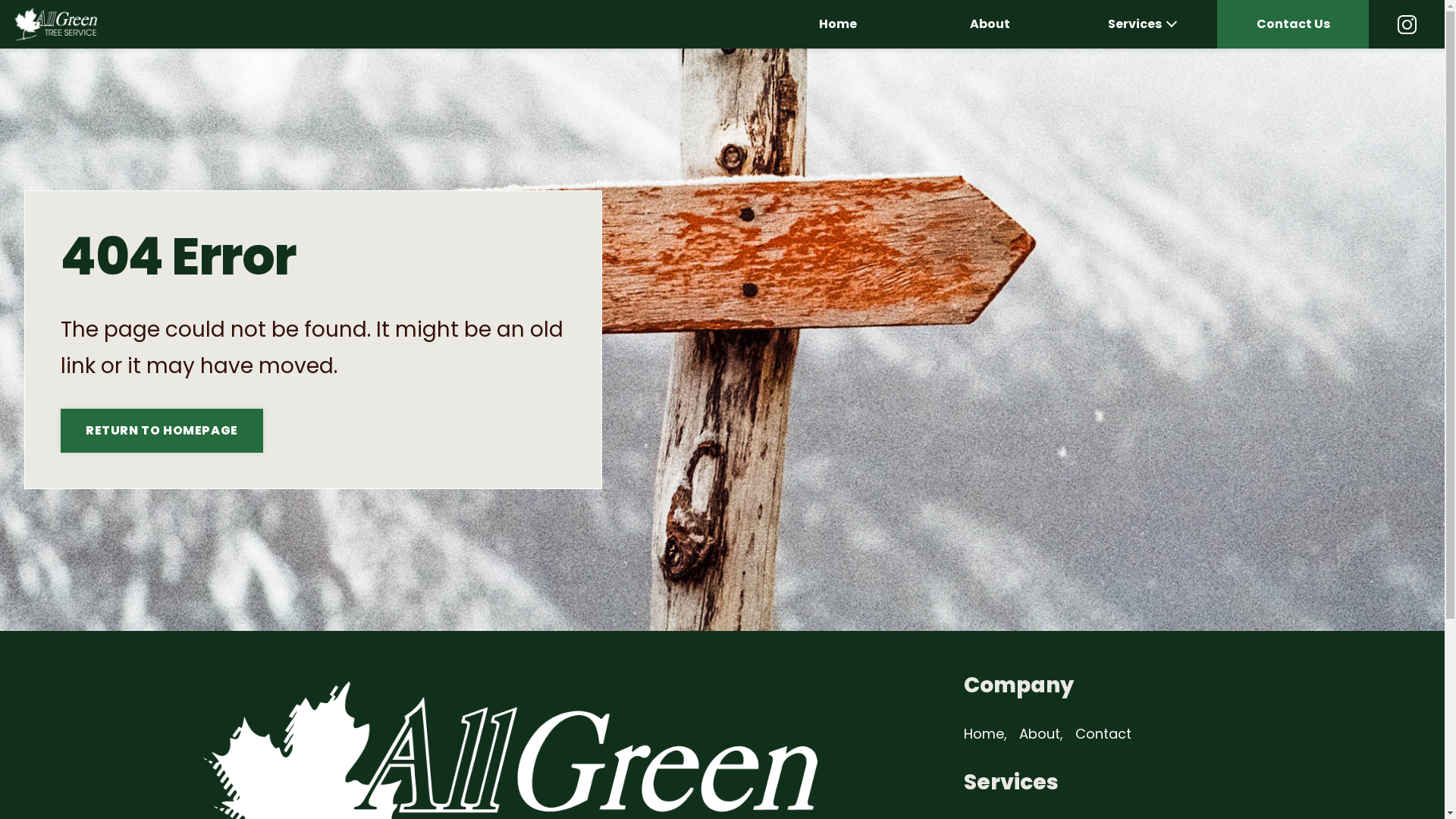  I want to click on 'Contact', so click(1103, 733).